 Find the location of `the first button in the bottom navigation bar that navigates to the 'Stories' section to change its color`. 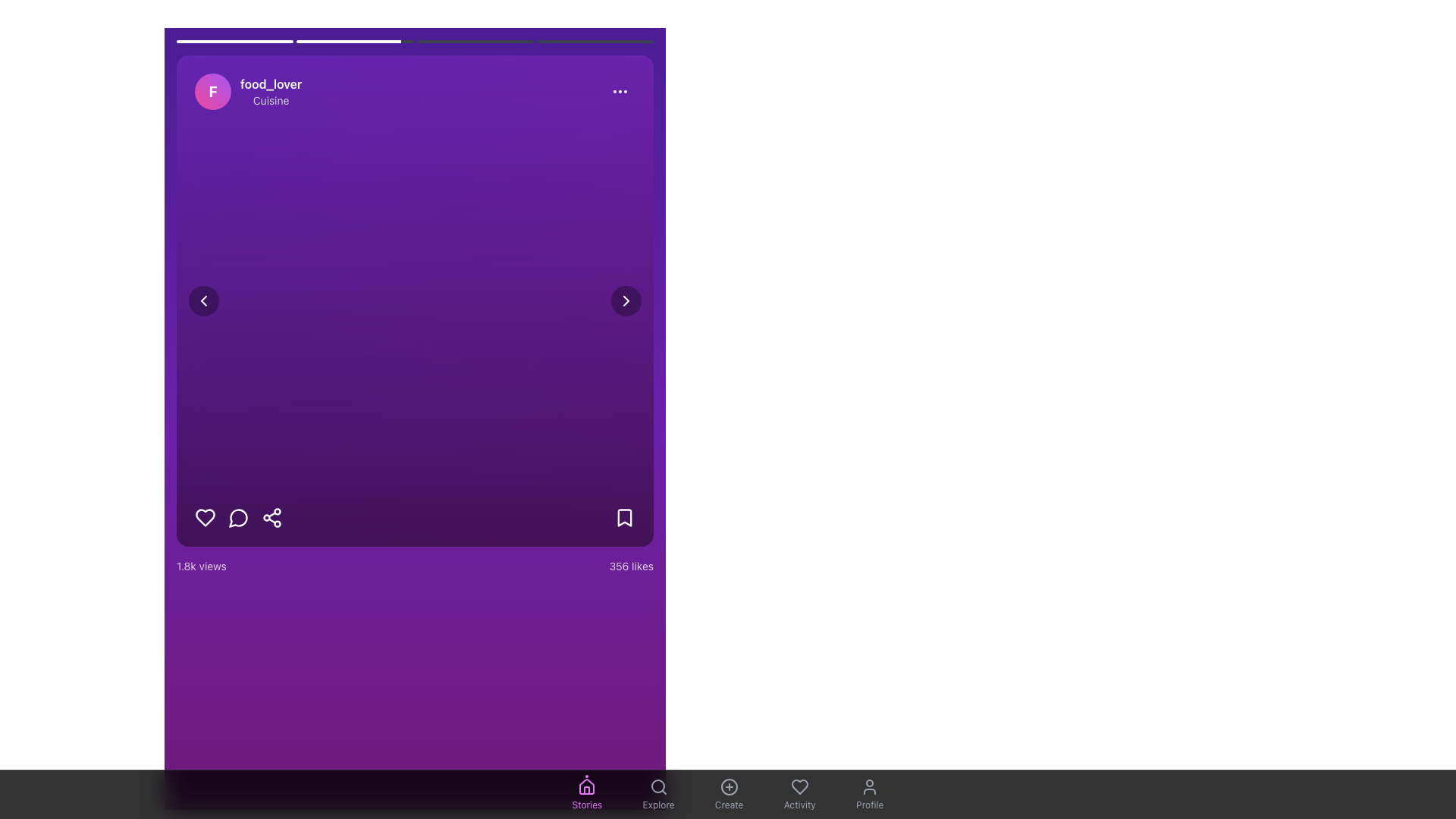

the first button in the bottom navigation bar that navigates to the 'Stories' section to change its color is located at coordinates (586, 794).